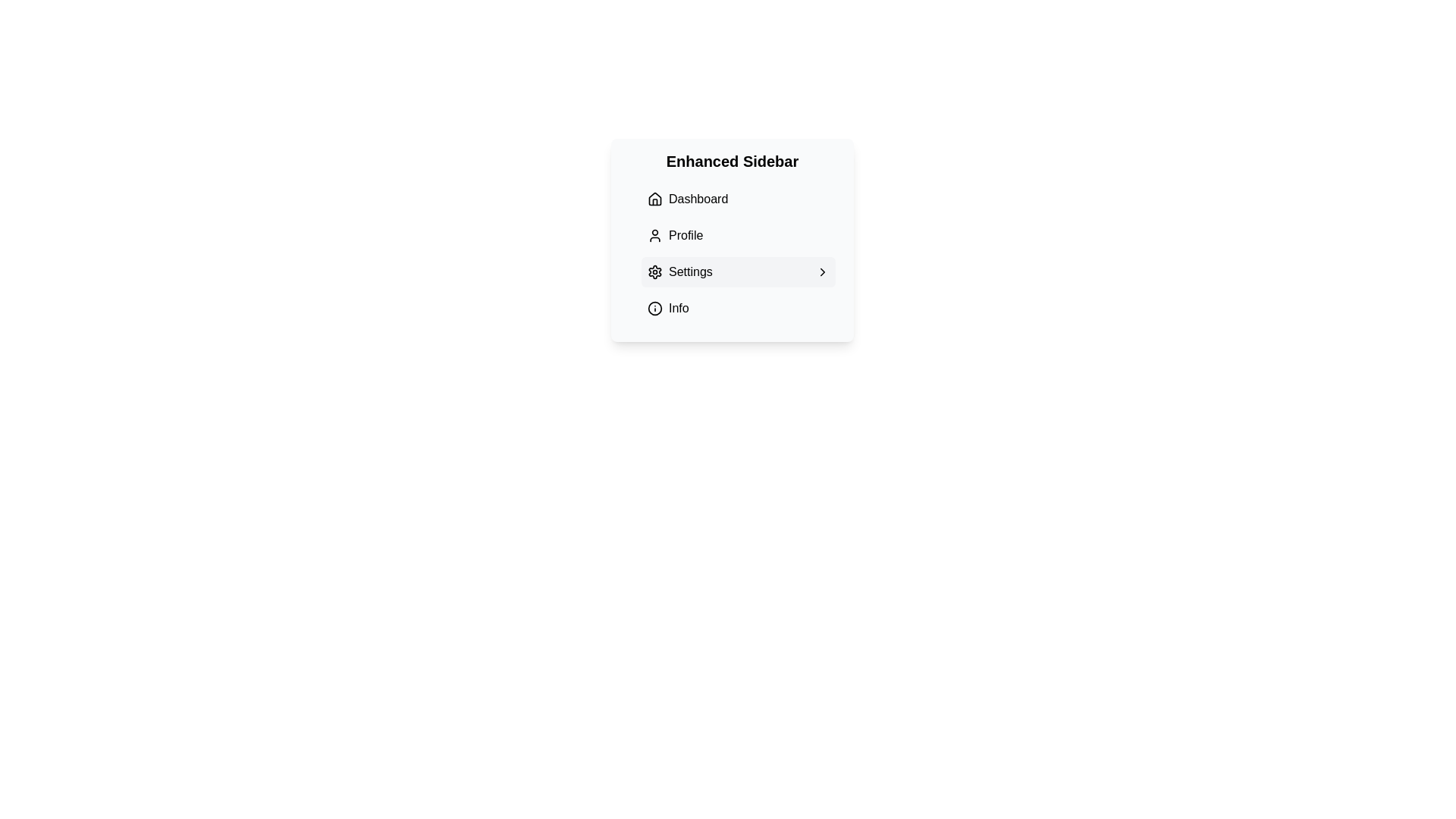 This screenshot has width=1456, height=819. Describe the element at coordinates (821, 271) in the screenshot. I see `the chevron-arrow icon next to the 'Settings' text item in the sidebar menu, which indicates a nested submenu` at that location.